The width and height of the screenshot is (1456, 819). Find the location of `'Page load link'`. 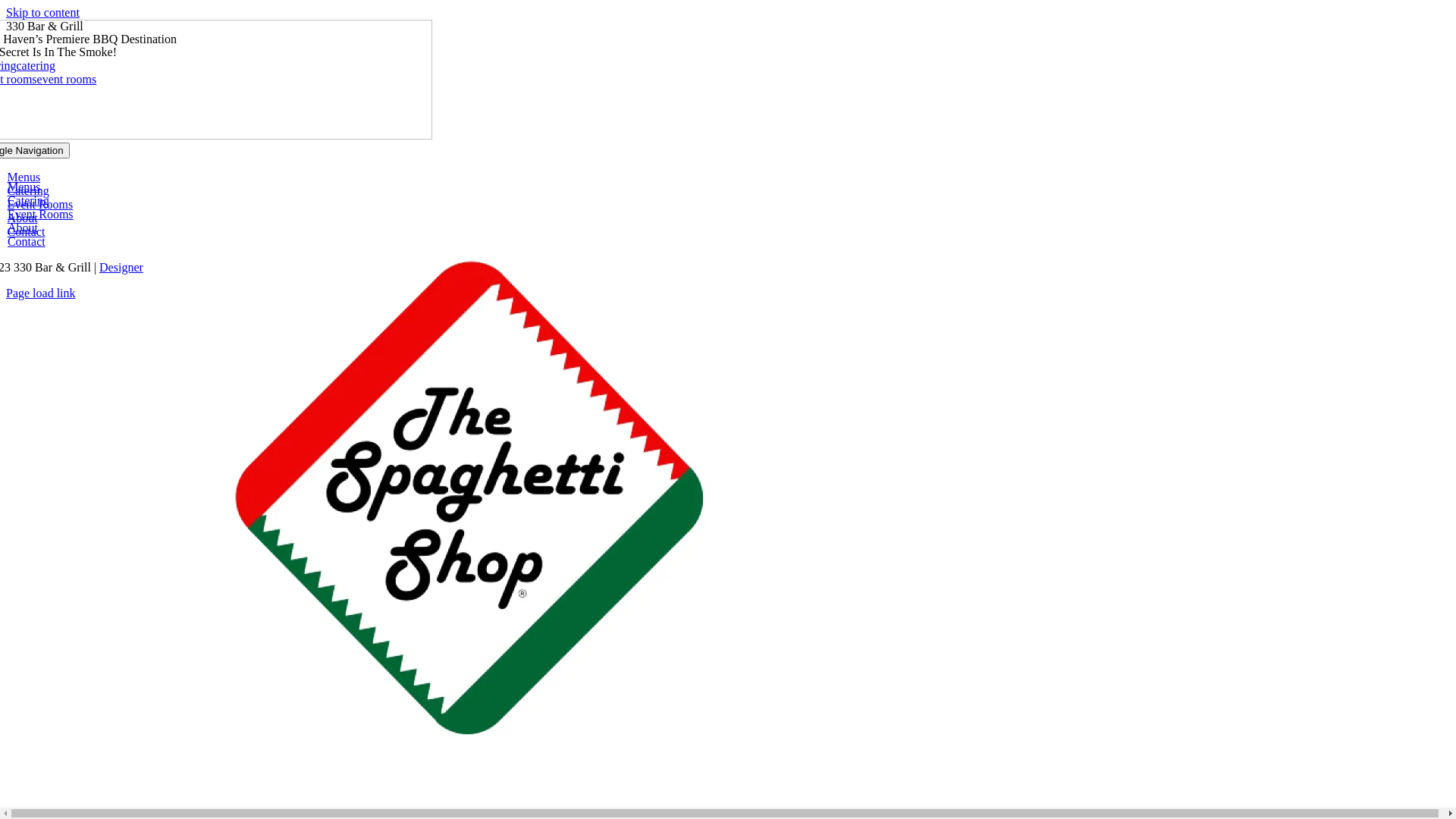

'Page load link' is located at coordinates (40, 293).